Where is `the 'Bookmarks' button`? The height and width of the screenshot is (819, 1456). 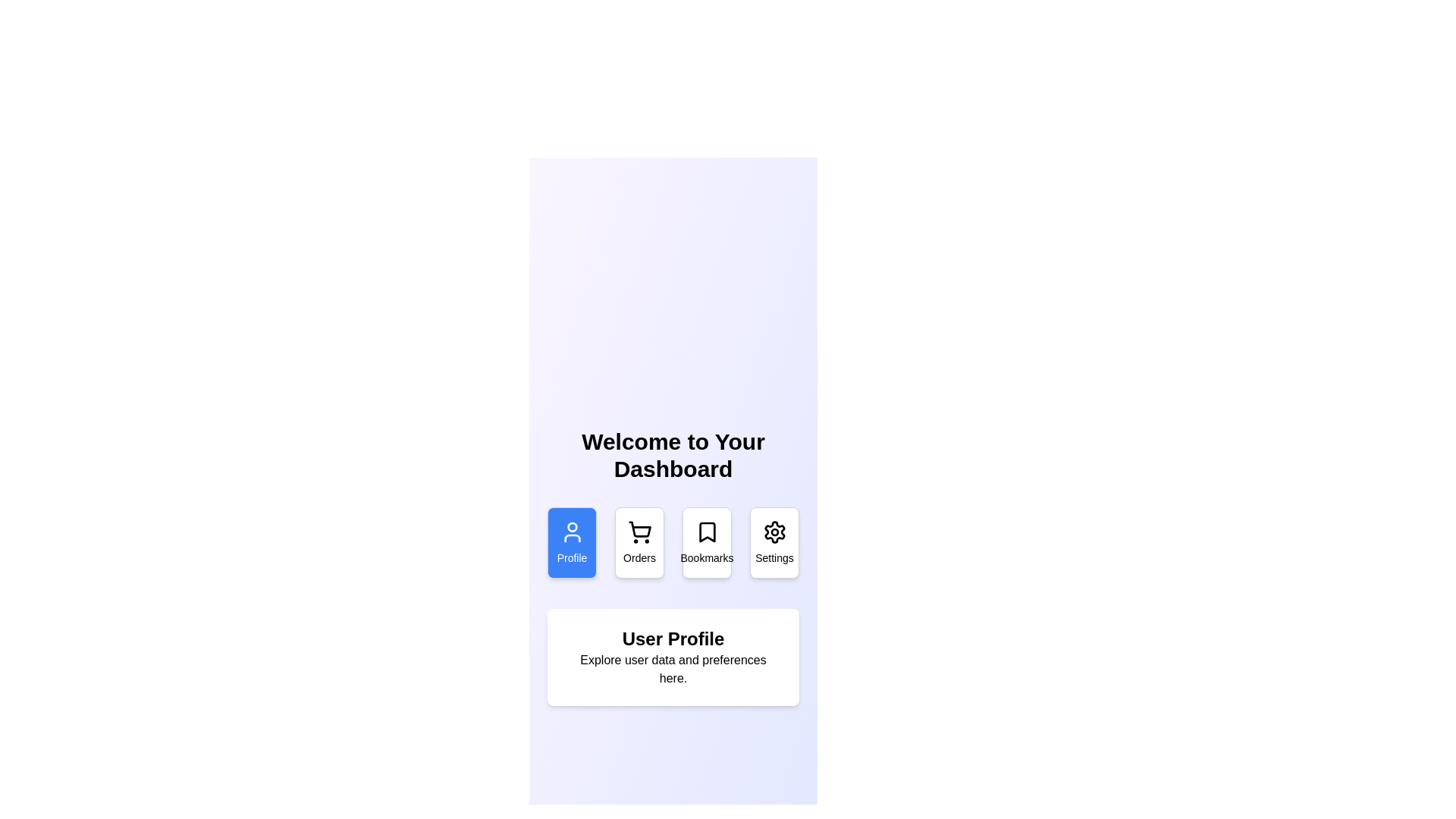
the 'Bookmarks' button is located at coordinates (706, 542).